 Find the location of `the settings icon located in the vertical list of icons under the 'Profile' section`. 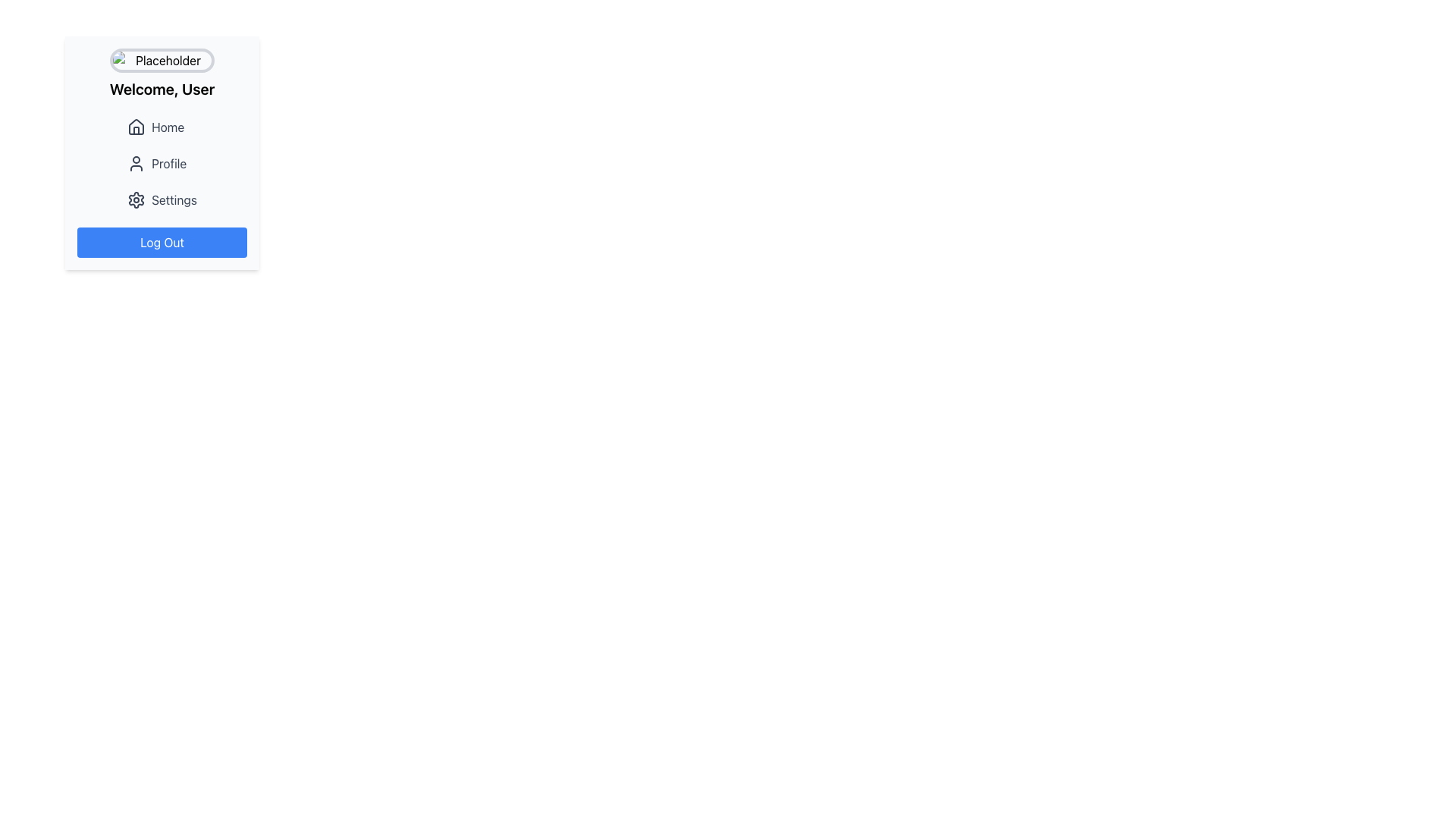

the settings icon located in the vertical list of icons under the 'Profile' section is located at coordinates (136, 199).